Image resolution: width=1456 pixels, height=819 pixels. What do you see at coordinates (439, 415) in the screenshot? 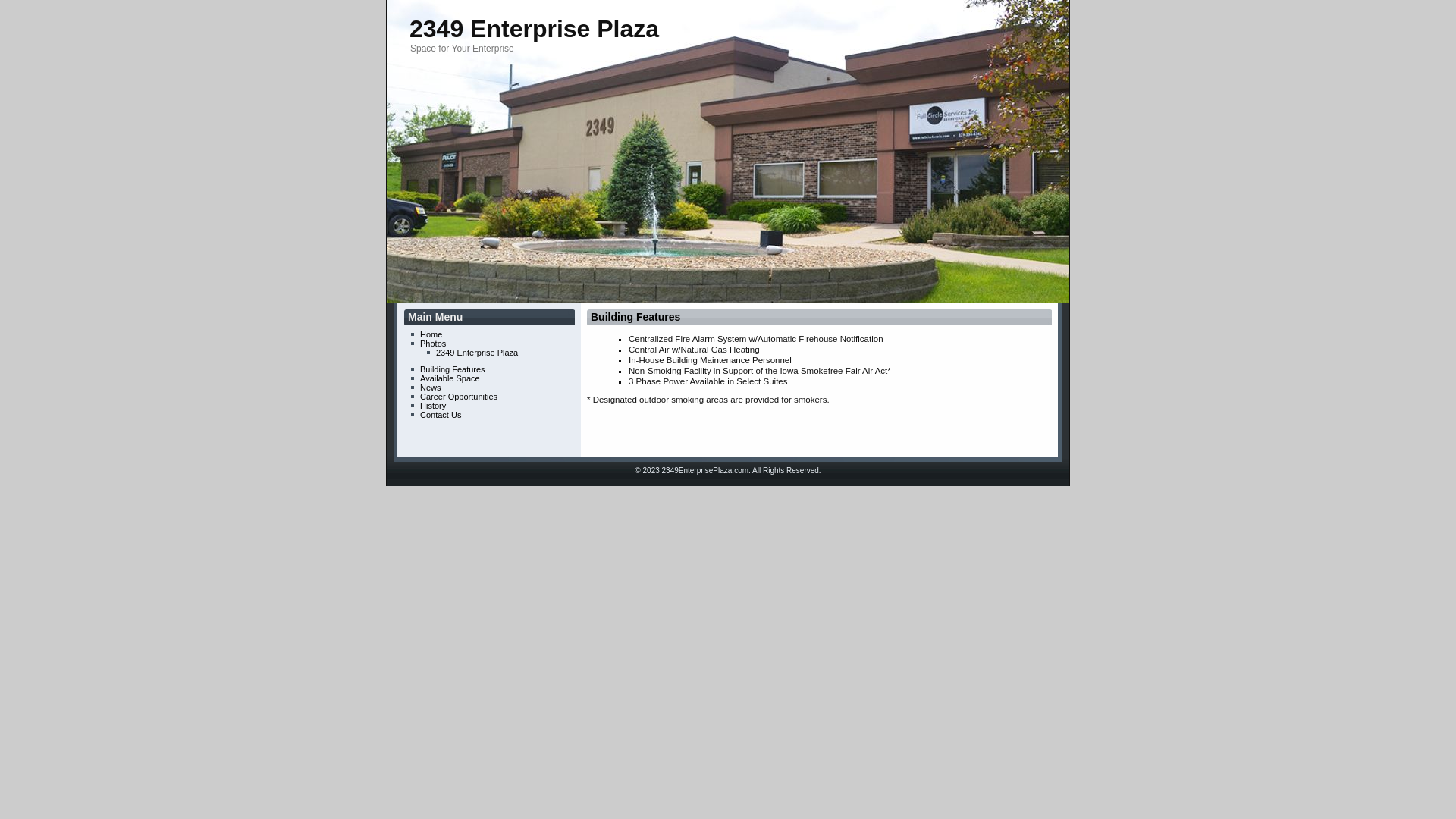
I see `'Contact Us'` at bounding box center [439, 415].